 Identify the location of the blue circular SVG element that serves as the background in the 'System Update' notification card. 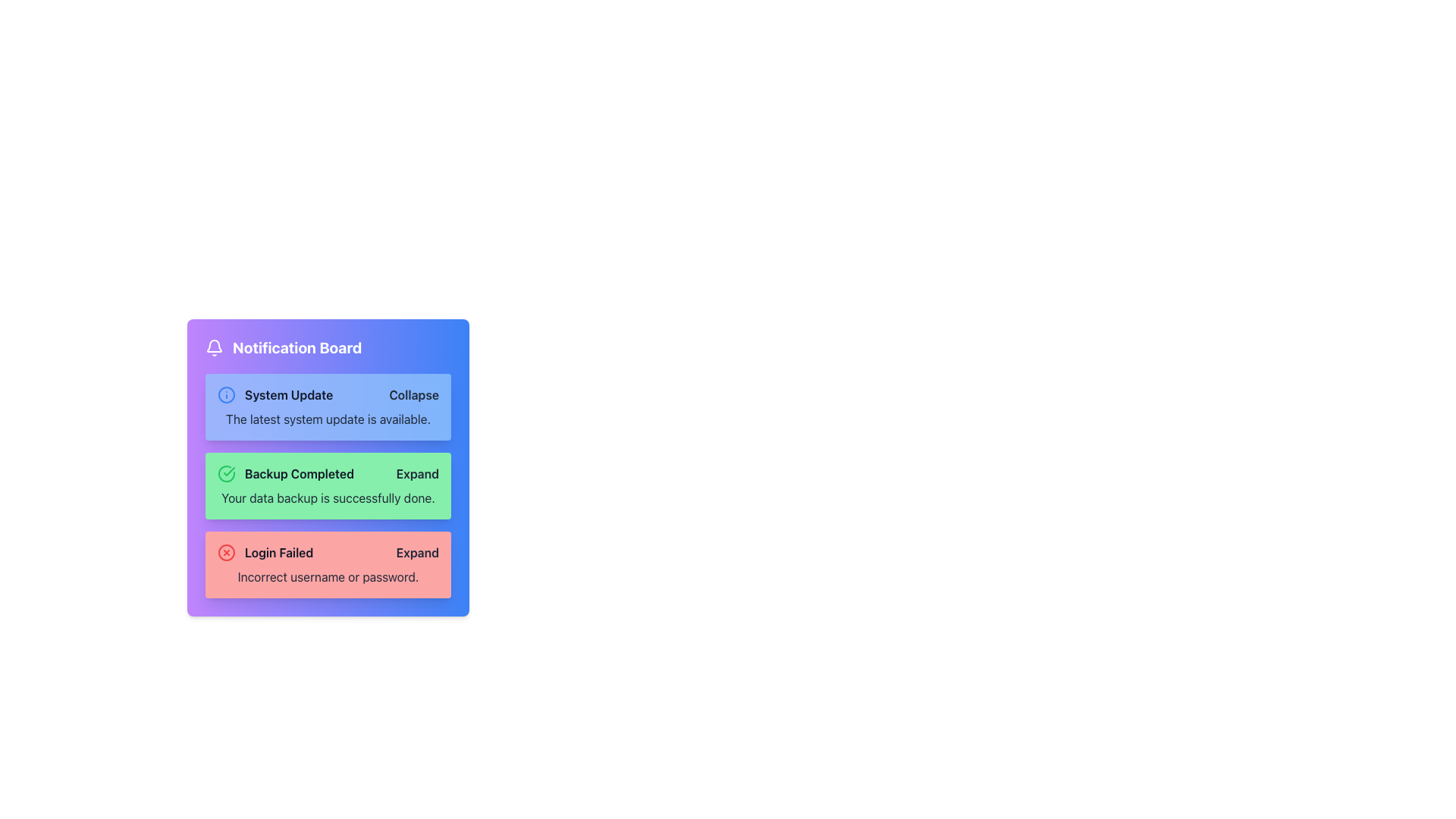
(225, 394).